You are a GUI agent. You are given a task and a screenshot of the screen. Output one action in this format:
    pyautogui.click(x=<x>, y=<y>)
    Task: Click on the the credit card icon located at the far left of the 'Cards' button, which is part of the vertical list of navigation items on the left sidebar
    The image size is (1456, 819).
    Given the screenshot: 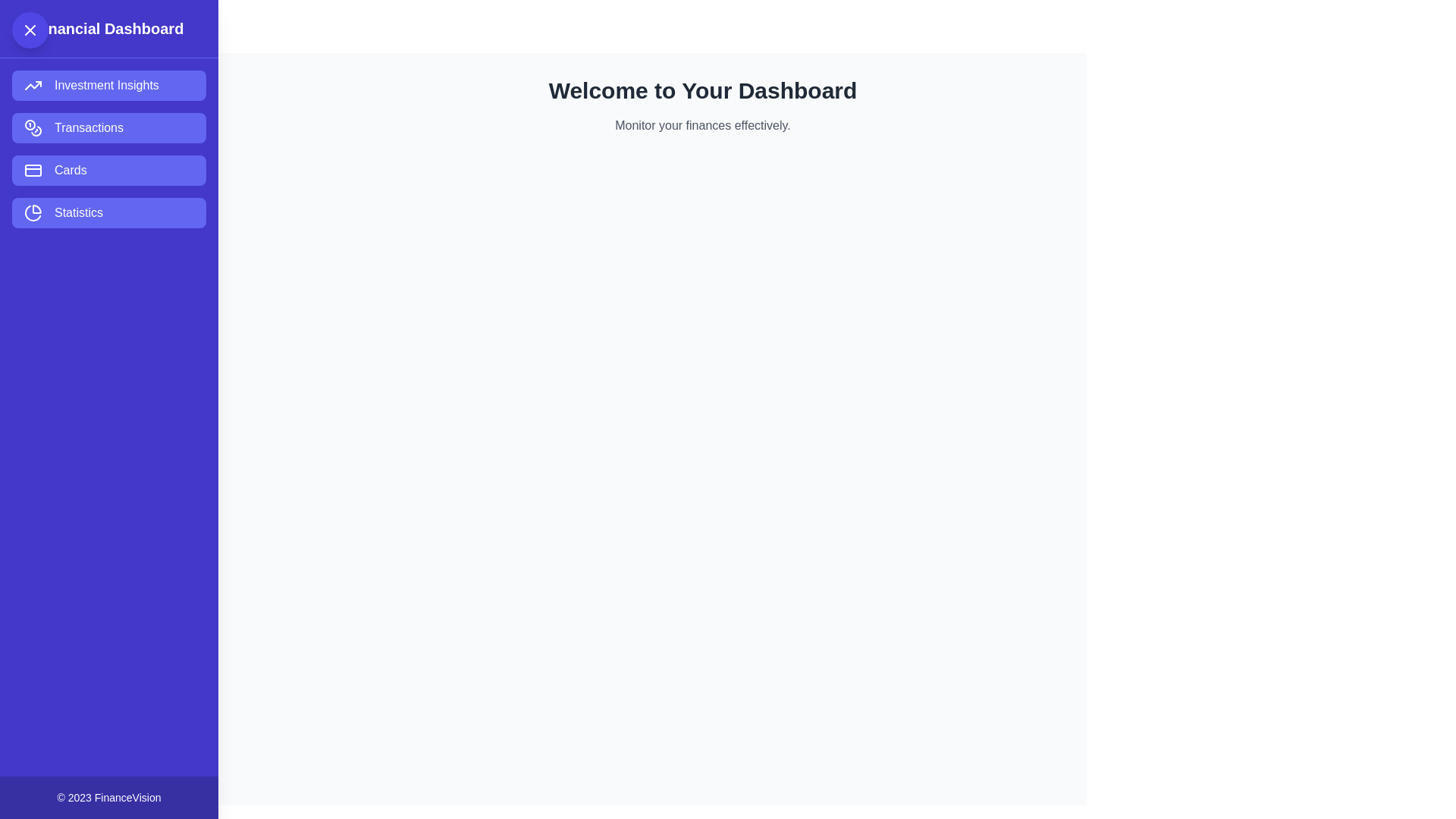 What is the action you would take?
    pyautogui.click(x=33, y=170)
    